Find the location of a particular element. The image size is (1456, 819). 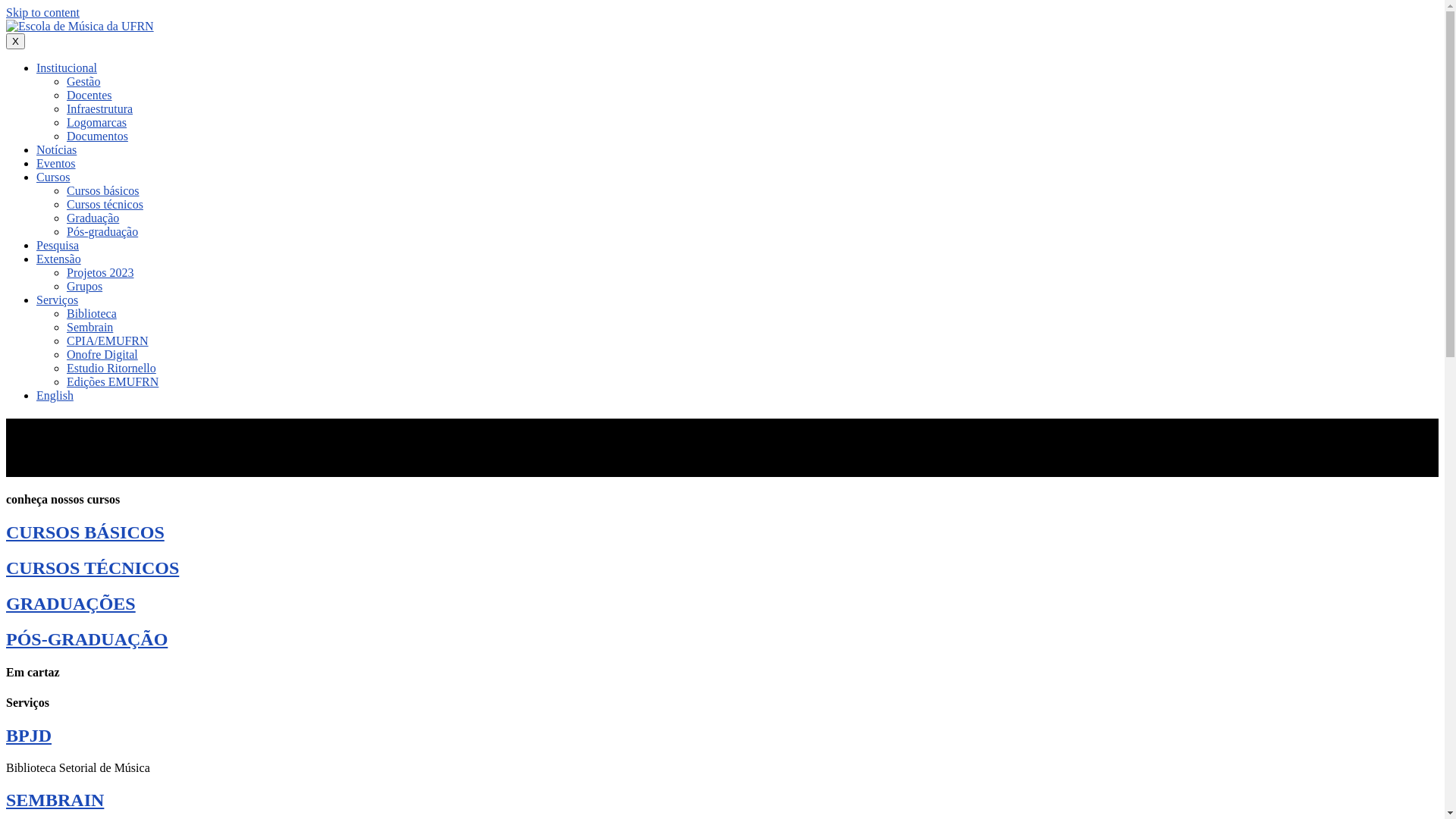

'Cursos' is located at coordinates (53, 176).